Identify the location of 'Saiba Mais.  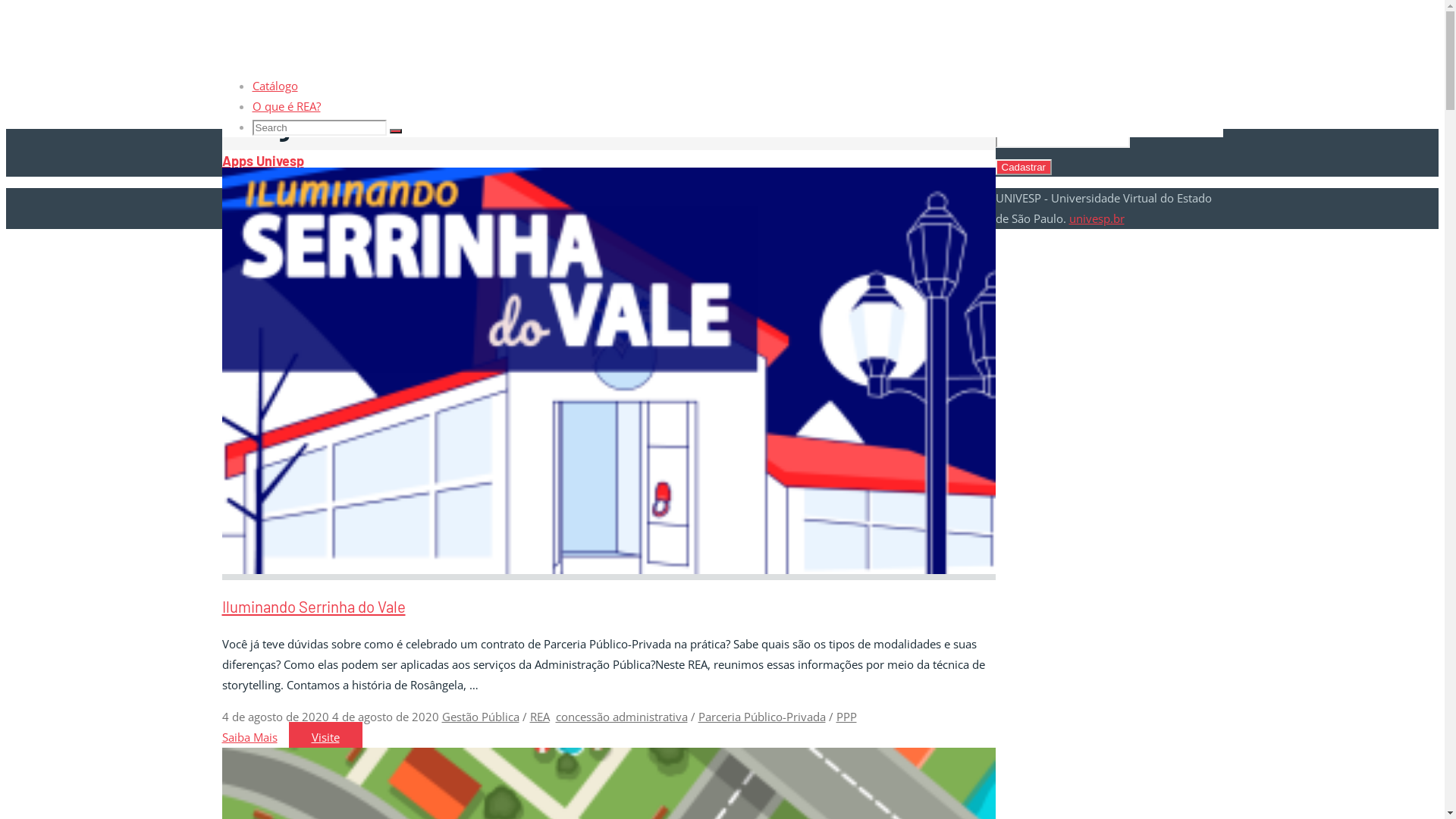
(221, 736).